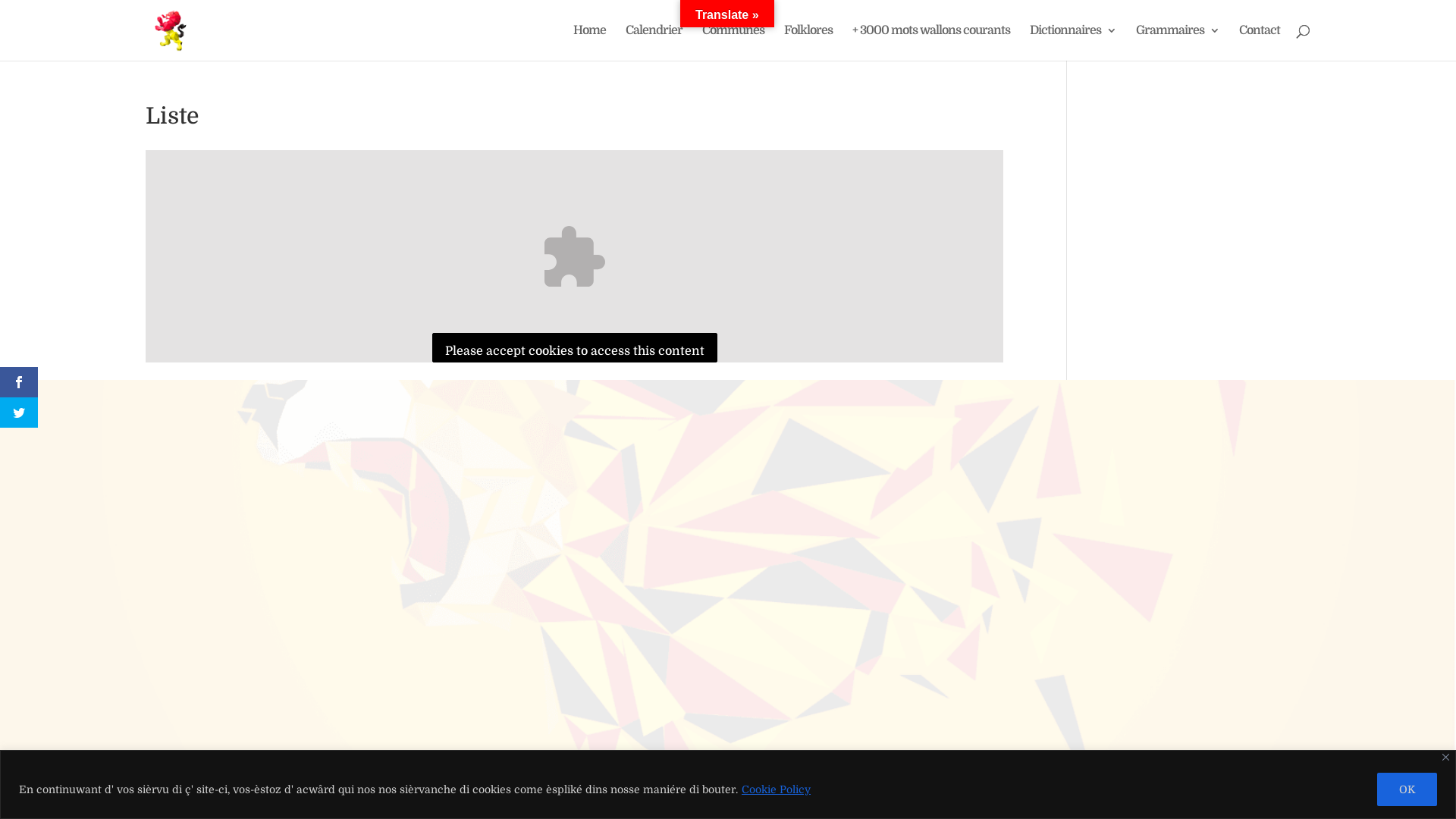  What do you see at coordinates (588, 42) in the screenshot?
I see `'Home'` at bounding box center [588, 42].